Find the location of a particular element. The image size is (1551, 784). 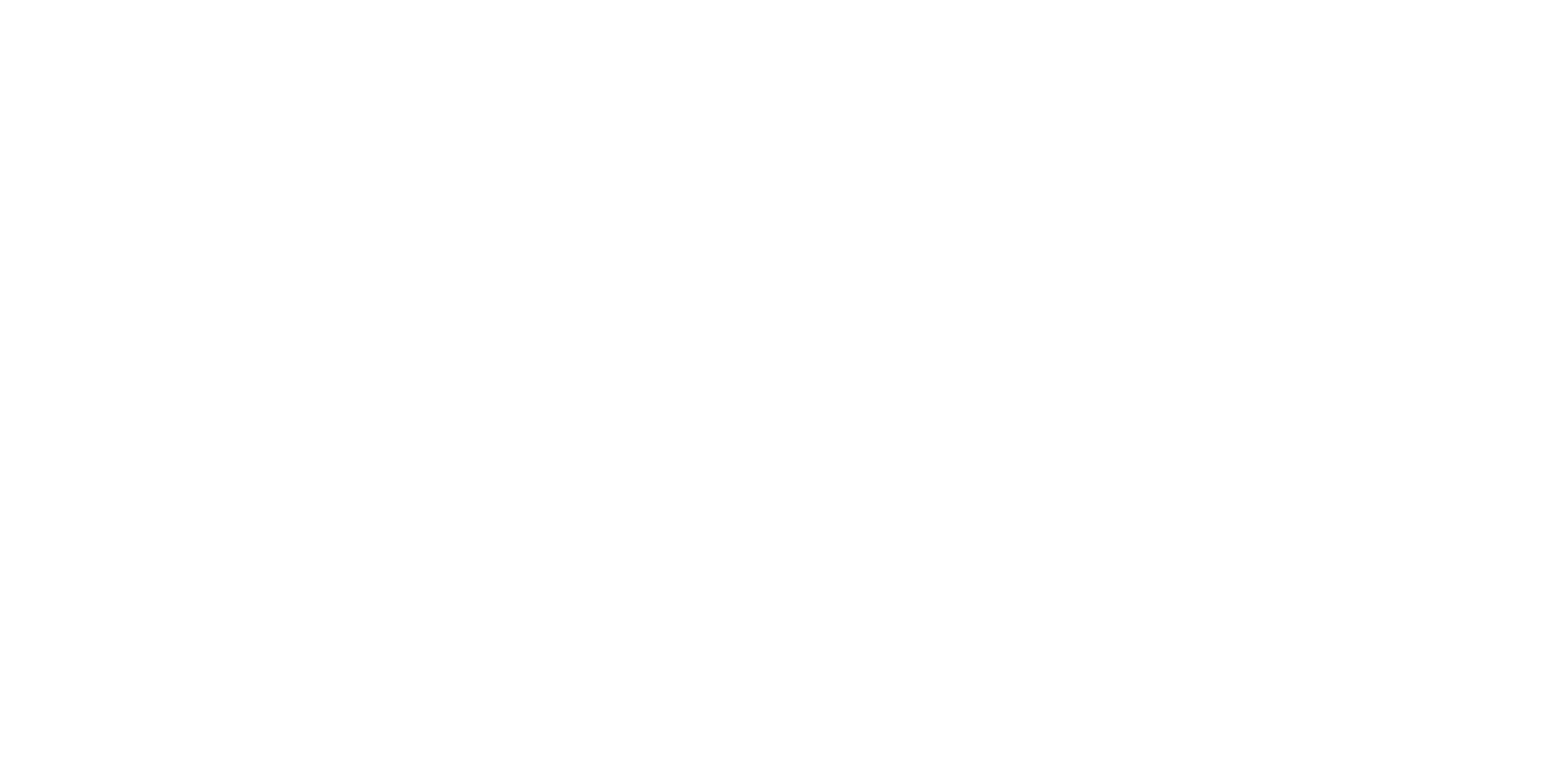

'January 2011' is located at coordinates (1020, 719).